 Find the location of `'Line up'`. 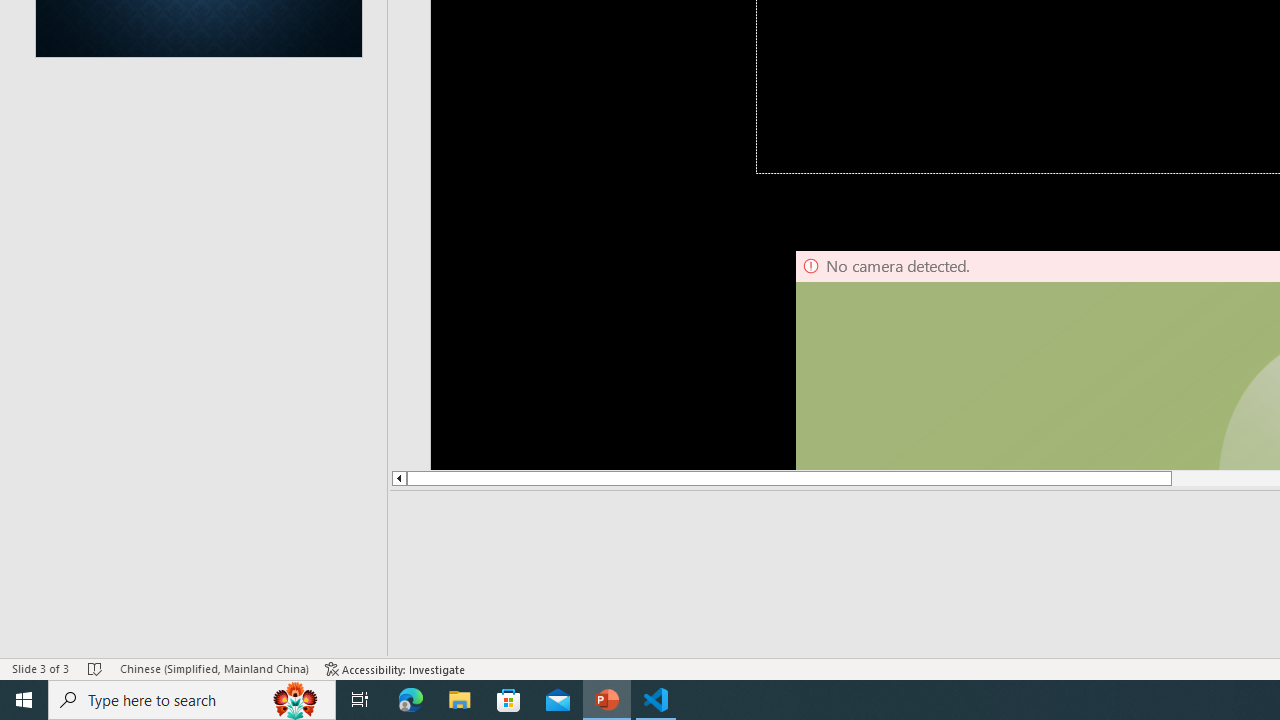

'Line up' is located at coordinates (398, 478).